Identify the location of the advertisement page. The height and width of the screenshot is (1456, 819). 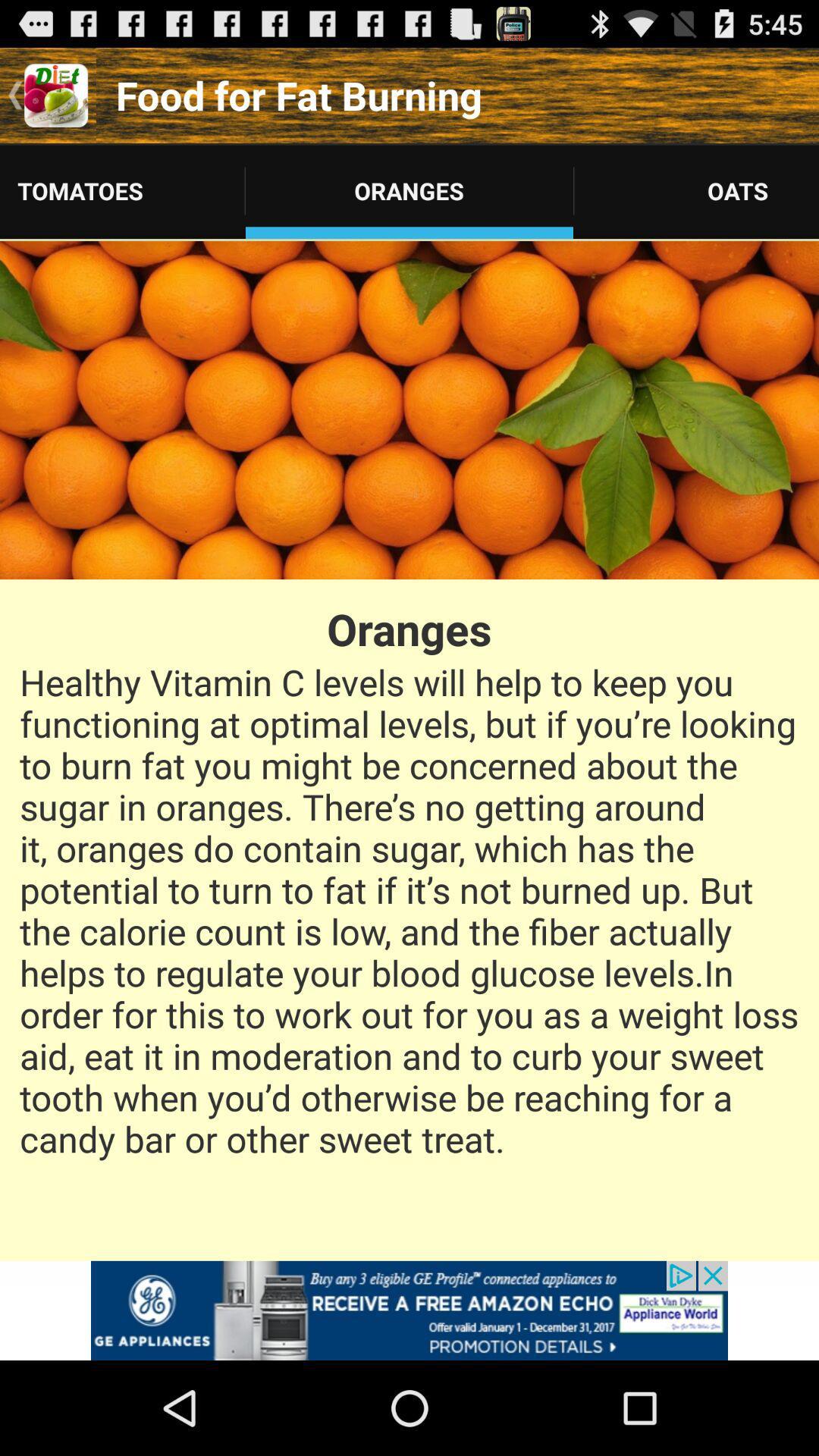
(409, 1310).